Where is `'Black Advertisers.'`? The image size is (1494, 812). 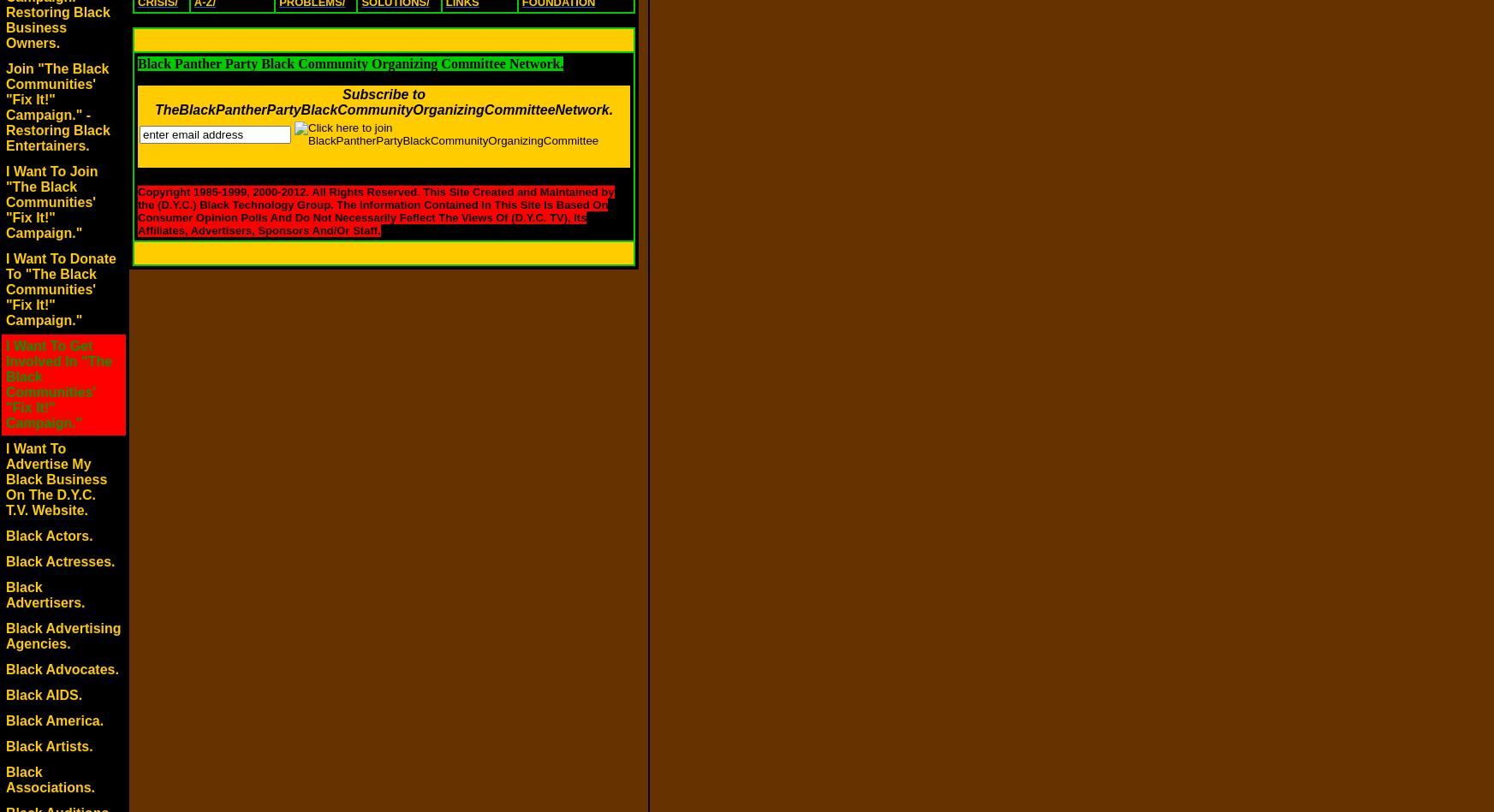 'Black Advertisers.' is located at coordinates (45, 595).